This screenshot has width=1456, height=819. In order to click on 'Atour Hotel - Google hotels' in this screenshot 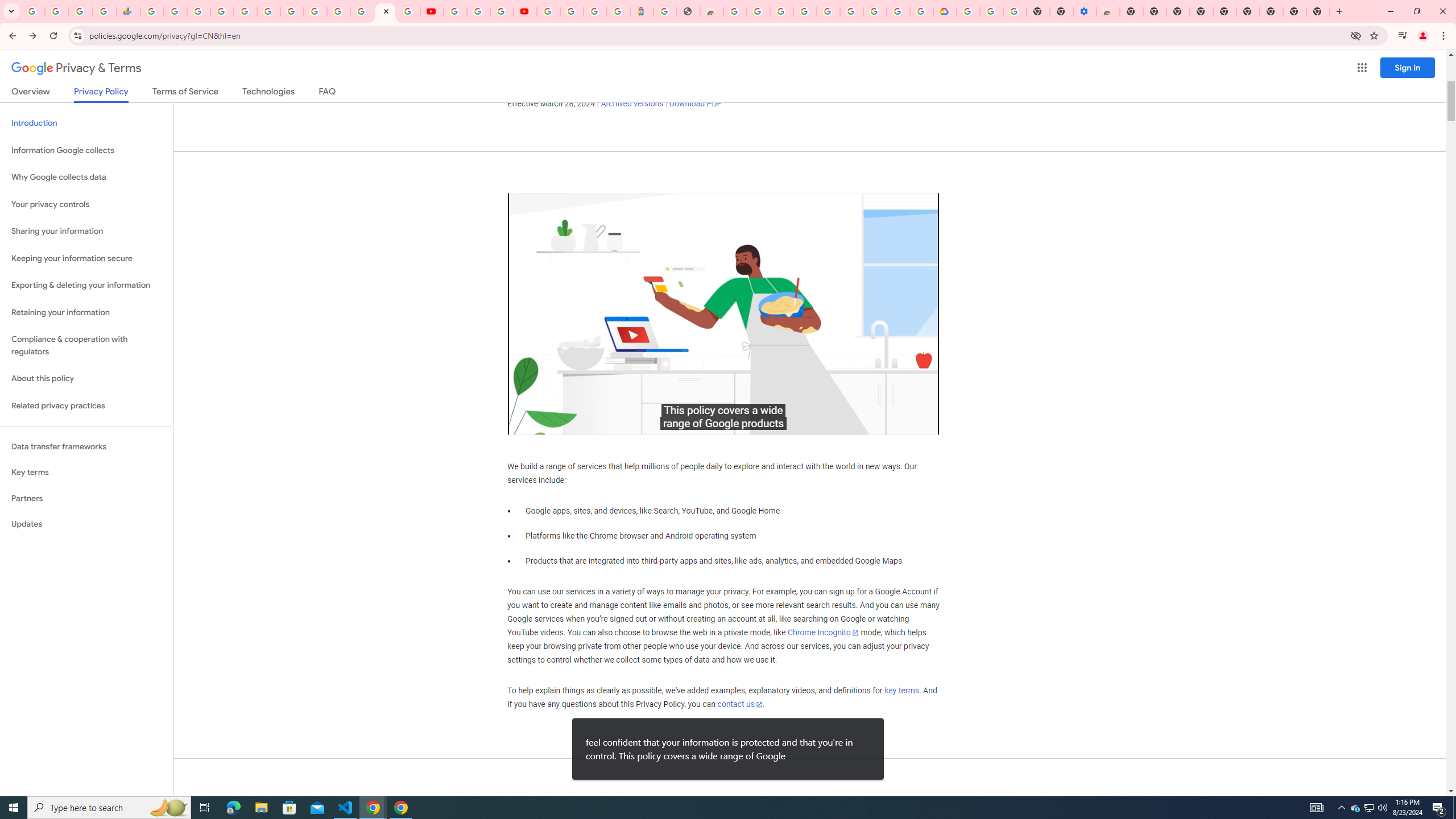, I will do `click(640, 11)`.